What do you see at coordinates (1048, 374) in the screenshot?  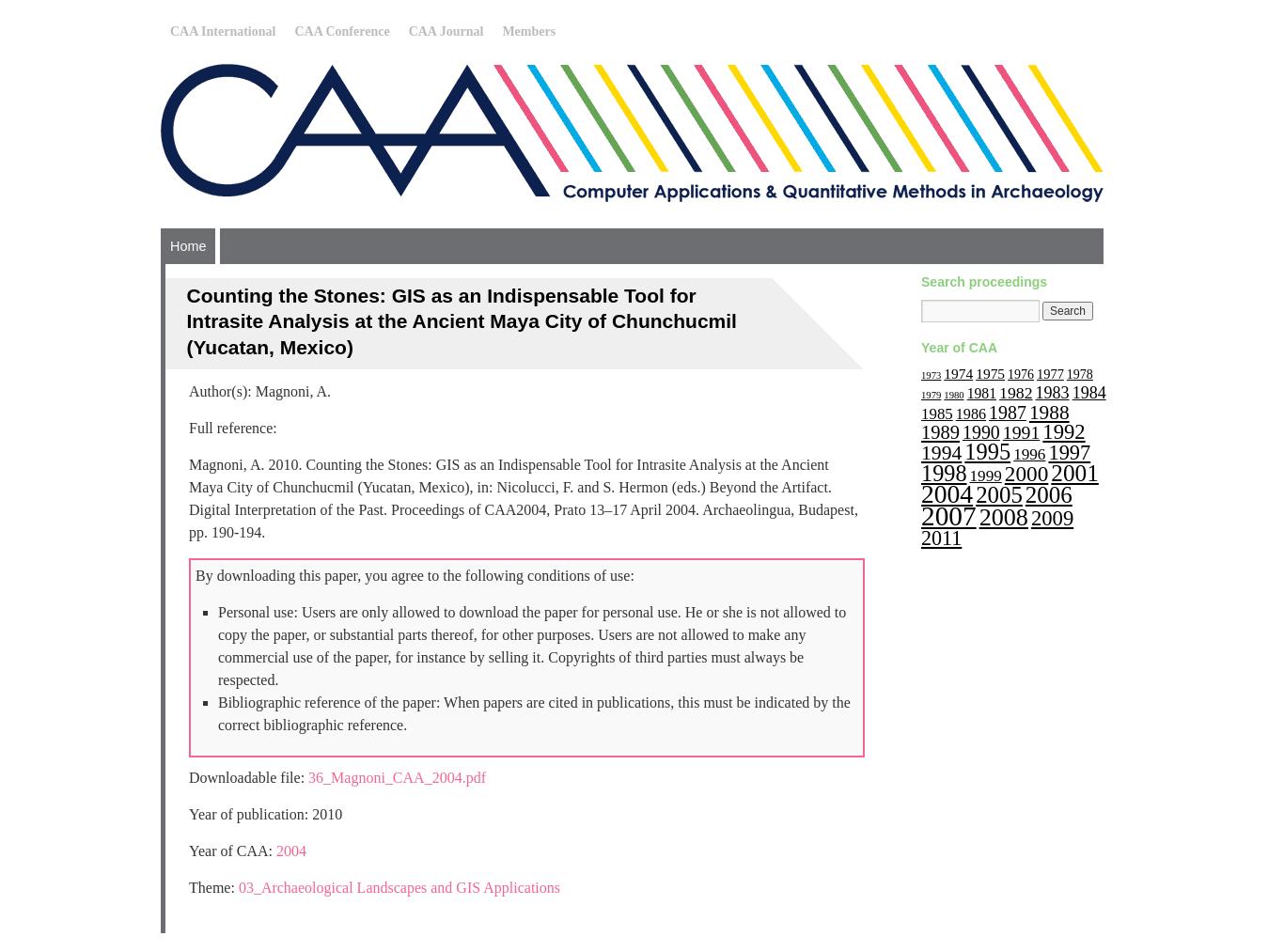 I see `'1977'` at bounding box center [1048, 374].